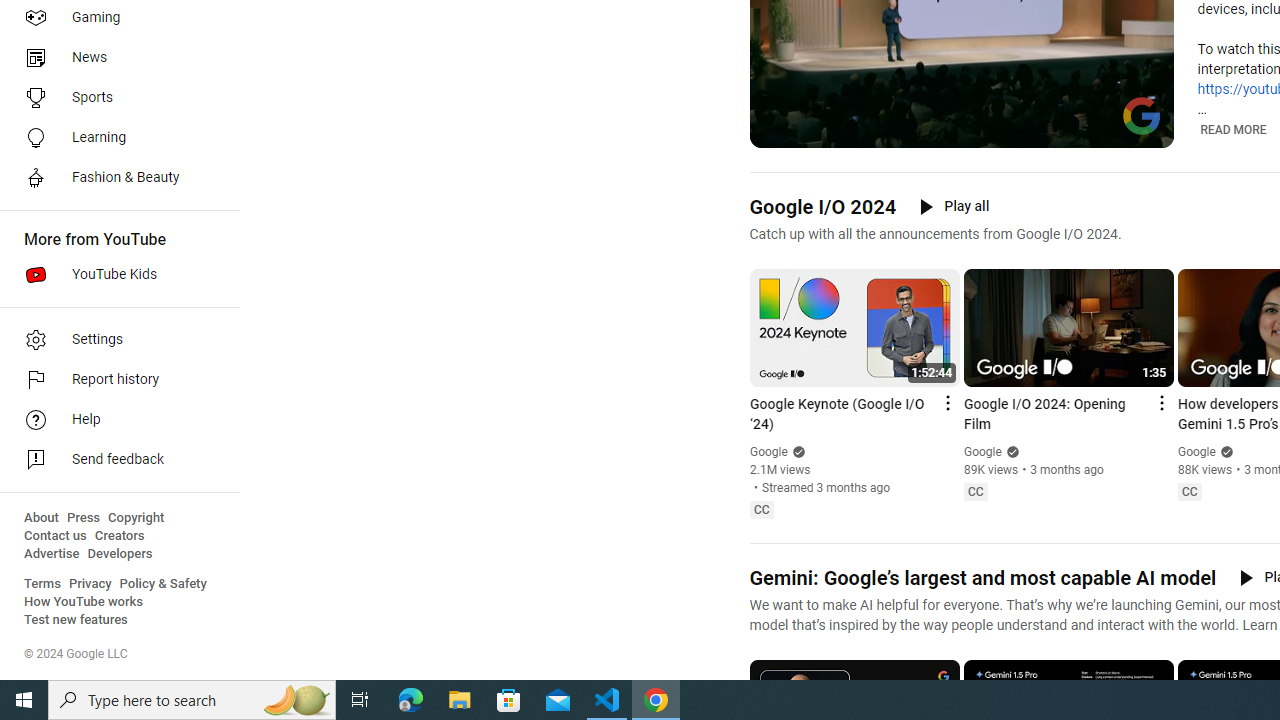 The width and height of the screenshot is (1280, 720). Describe the element at coordinates (112, 56) in the screenshot. I see `'News'` at that location.